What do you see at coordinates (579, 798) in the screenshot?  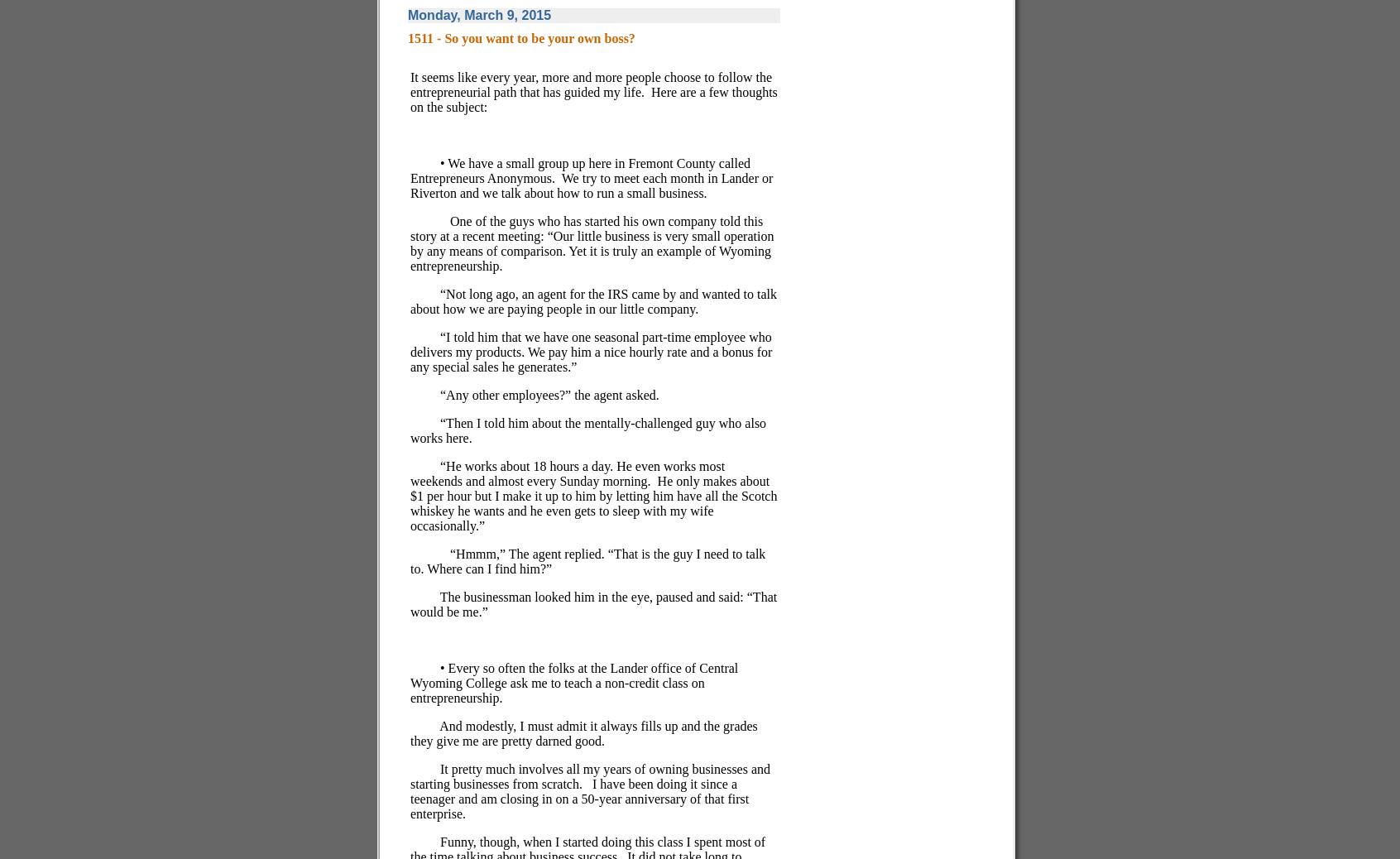 I see `'I have been doing it since a
teenager and am closing in on a 50-year anniversary of that first enterprise.'` at bounding box center [579, 798].